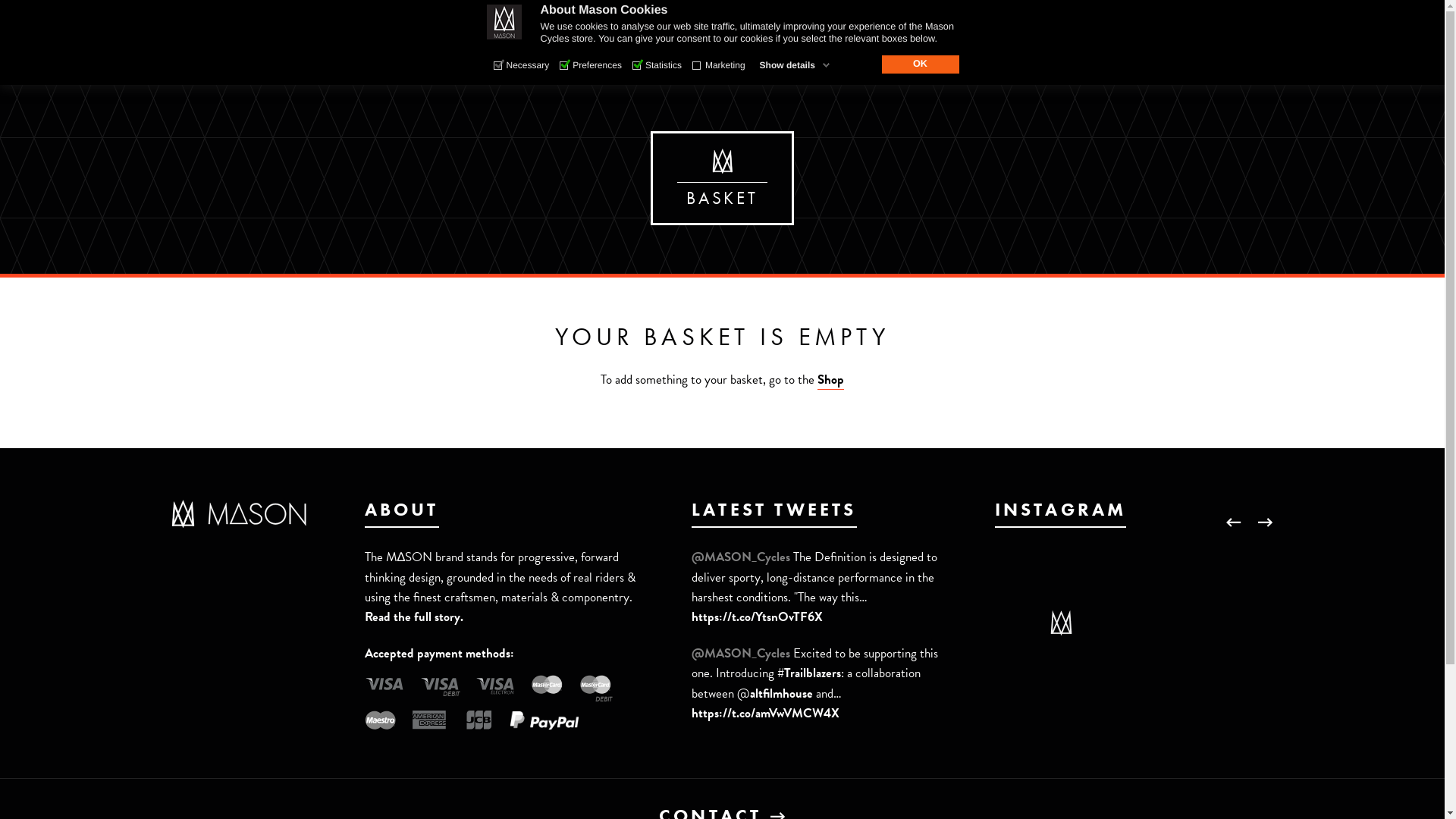 This screenshot has width=1456, height=819. What do you see at coordinates (794, 64) in the screenshot?
I see `'Show details'` at bounding box center [794, 64].